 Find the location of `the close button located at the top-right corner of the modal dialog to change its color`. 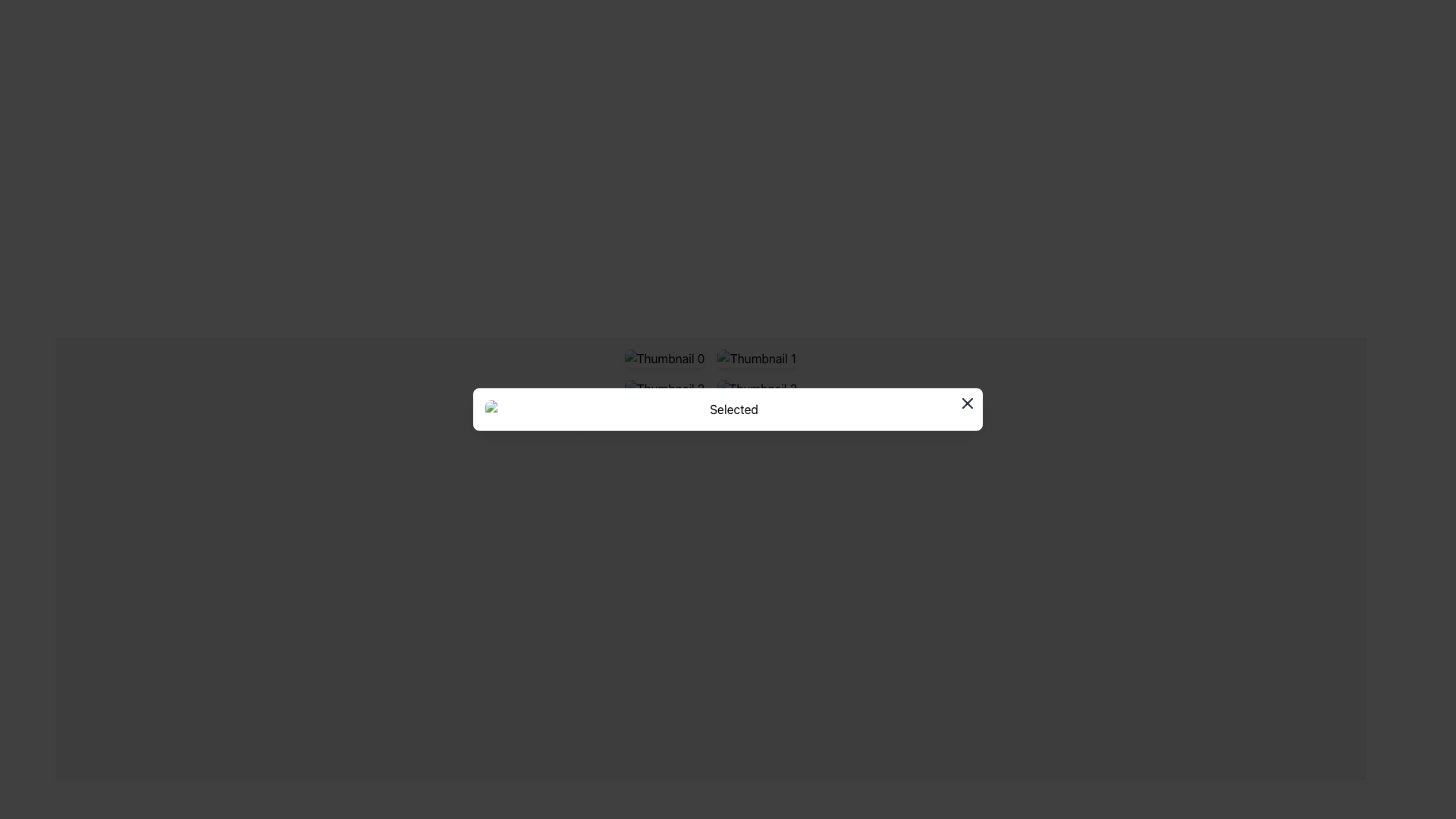

the close button located at the top-right corner of the modal dialog to change its color is located at coordinates (967, 403).